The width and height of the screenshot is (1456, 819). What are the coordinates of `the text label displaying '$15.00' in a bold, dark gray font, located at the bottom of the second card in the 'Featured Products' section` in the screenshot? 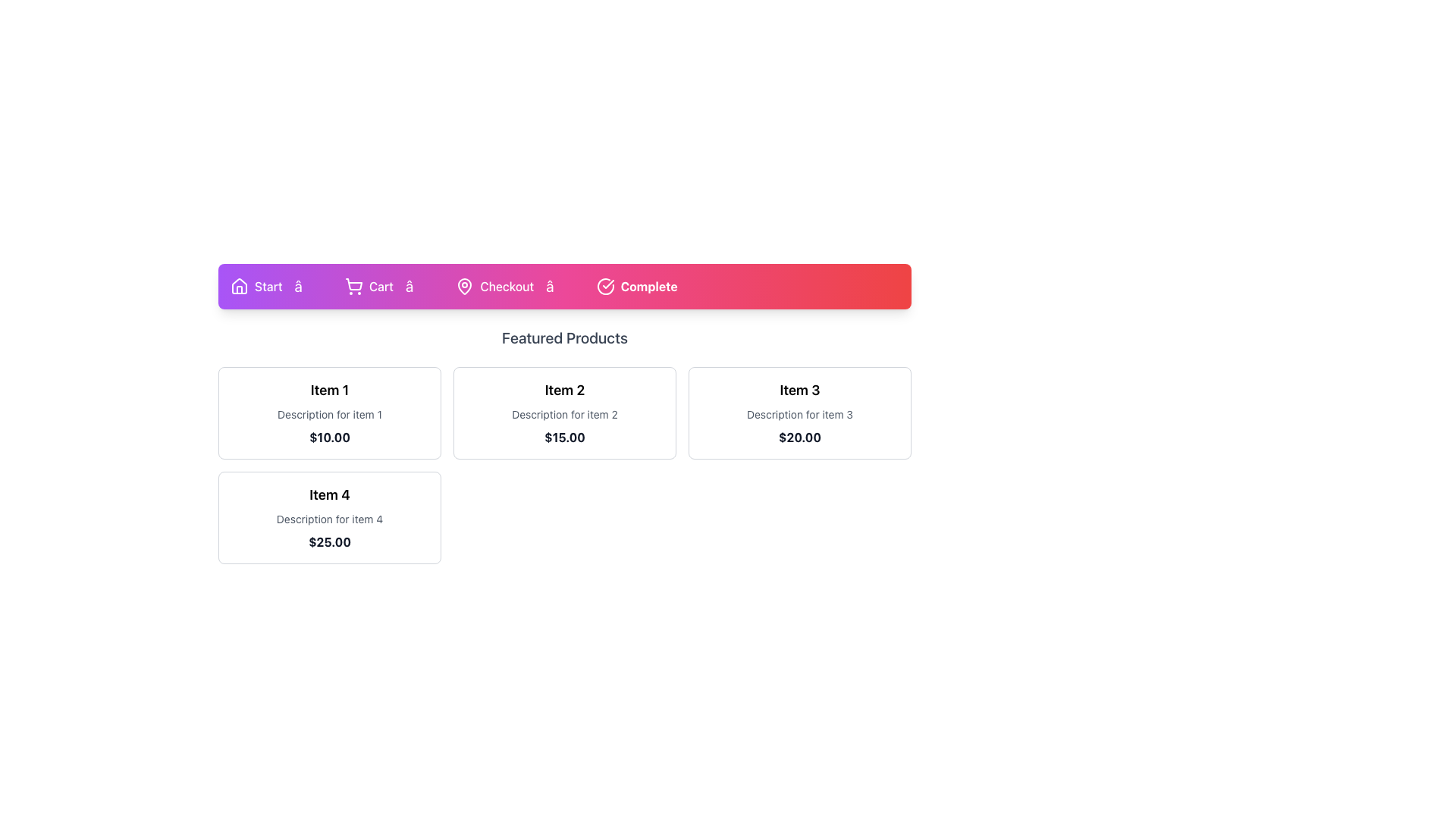 It's located at (563, 438).